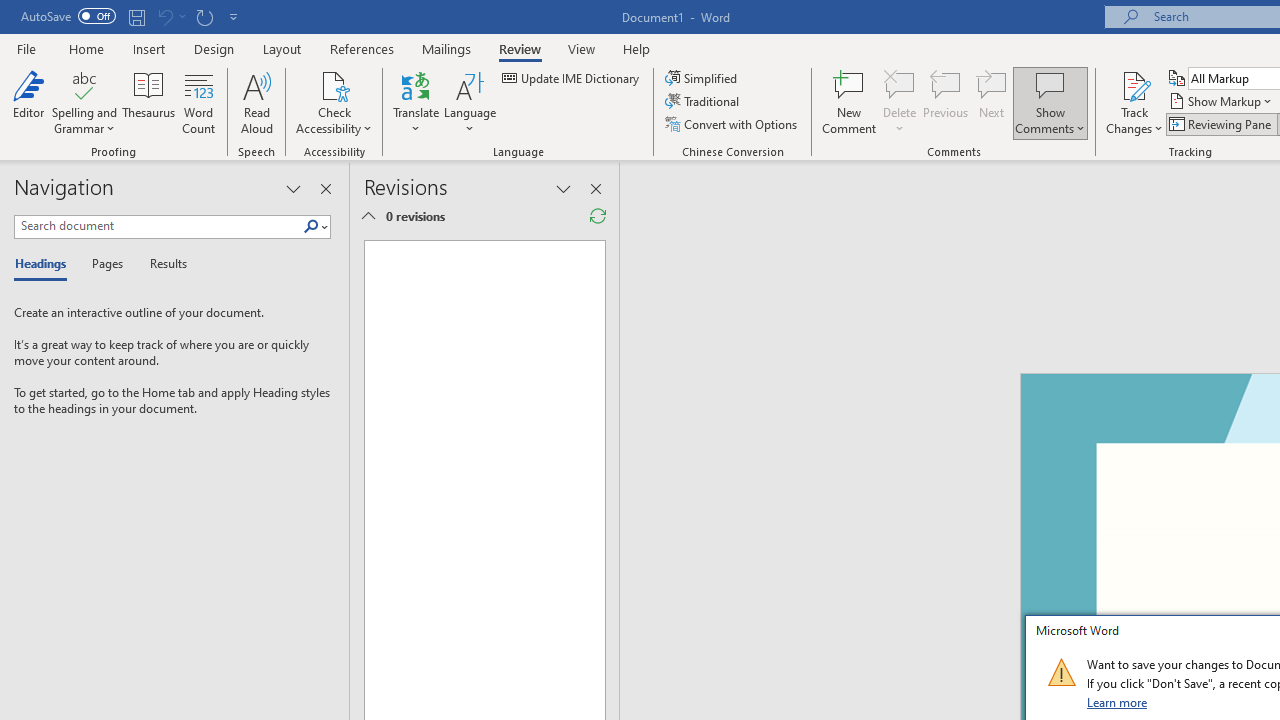  What do you see at coordinates (446, 48) in the screenshot?
I see `'Mailings'` at bounding box center [446, 48].